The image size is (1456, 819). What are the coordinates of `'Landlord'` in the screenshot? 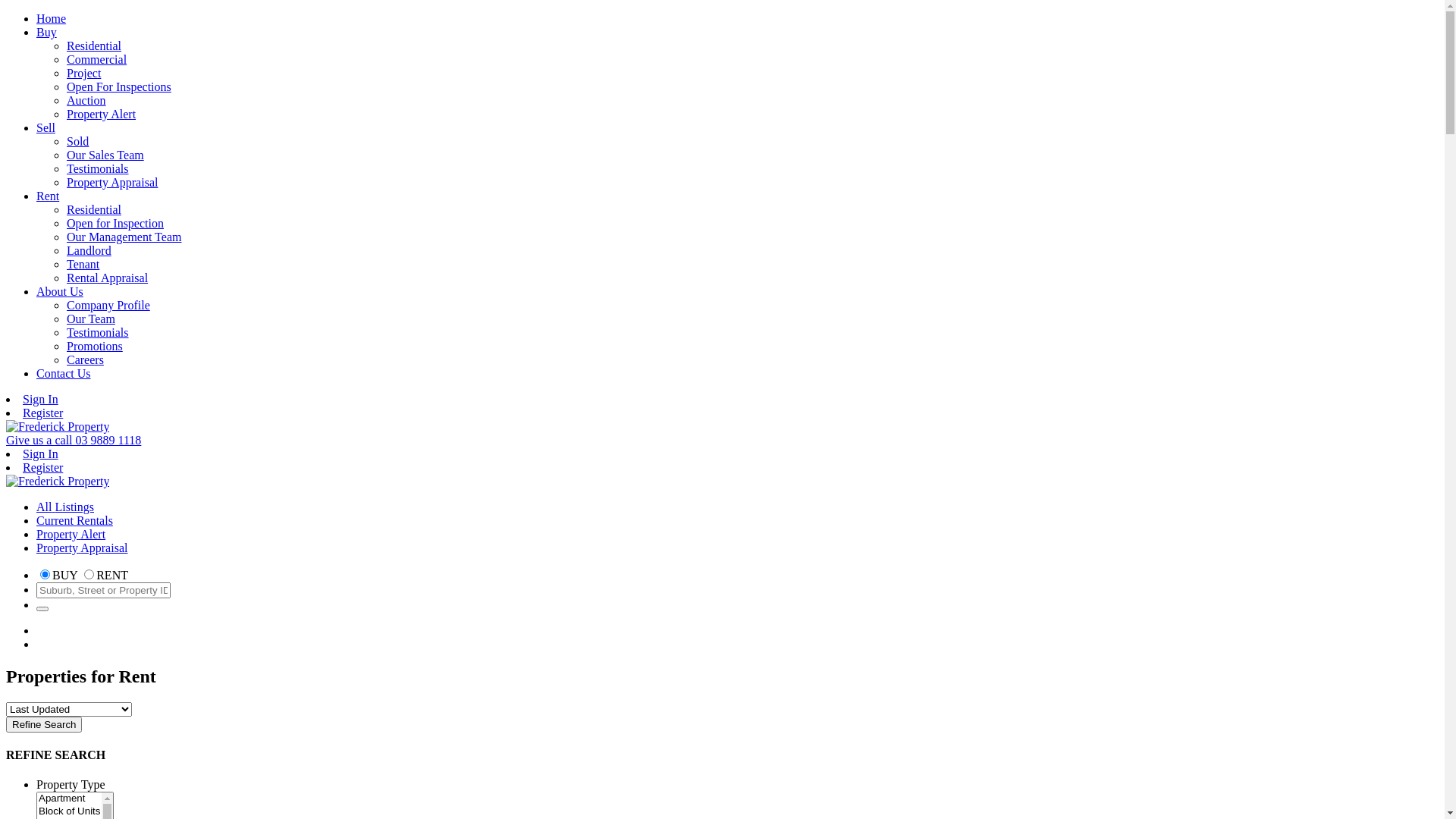 It's located at (88, 249).